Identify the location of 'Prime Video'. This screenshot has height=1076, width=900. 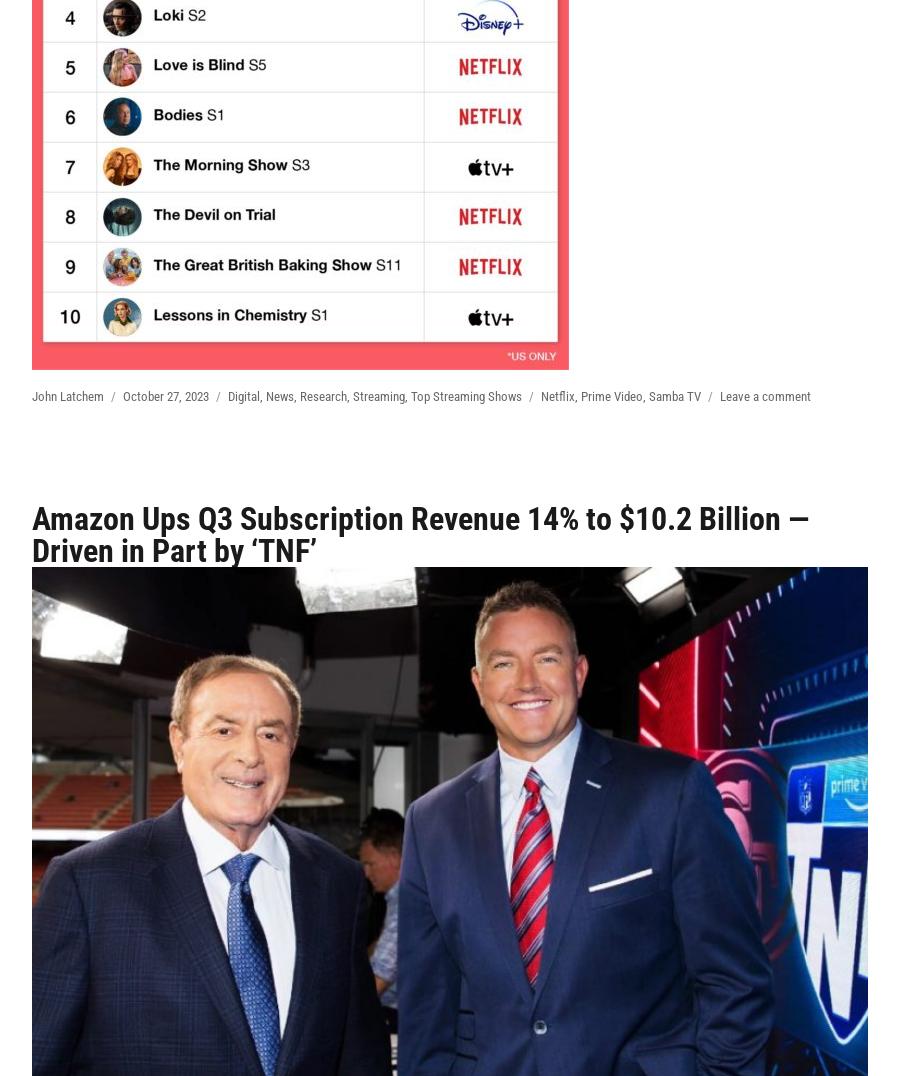
(612, 395).